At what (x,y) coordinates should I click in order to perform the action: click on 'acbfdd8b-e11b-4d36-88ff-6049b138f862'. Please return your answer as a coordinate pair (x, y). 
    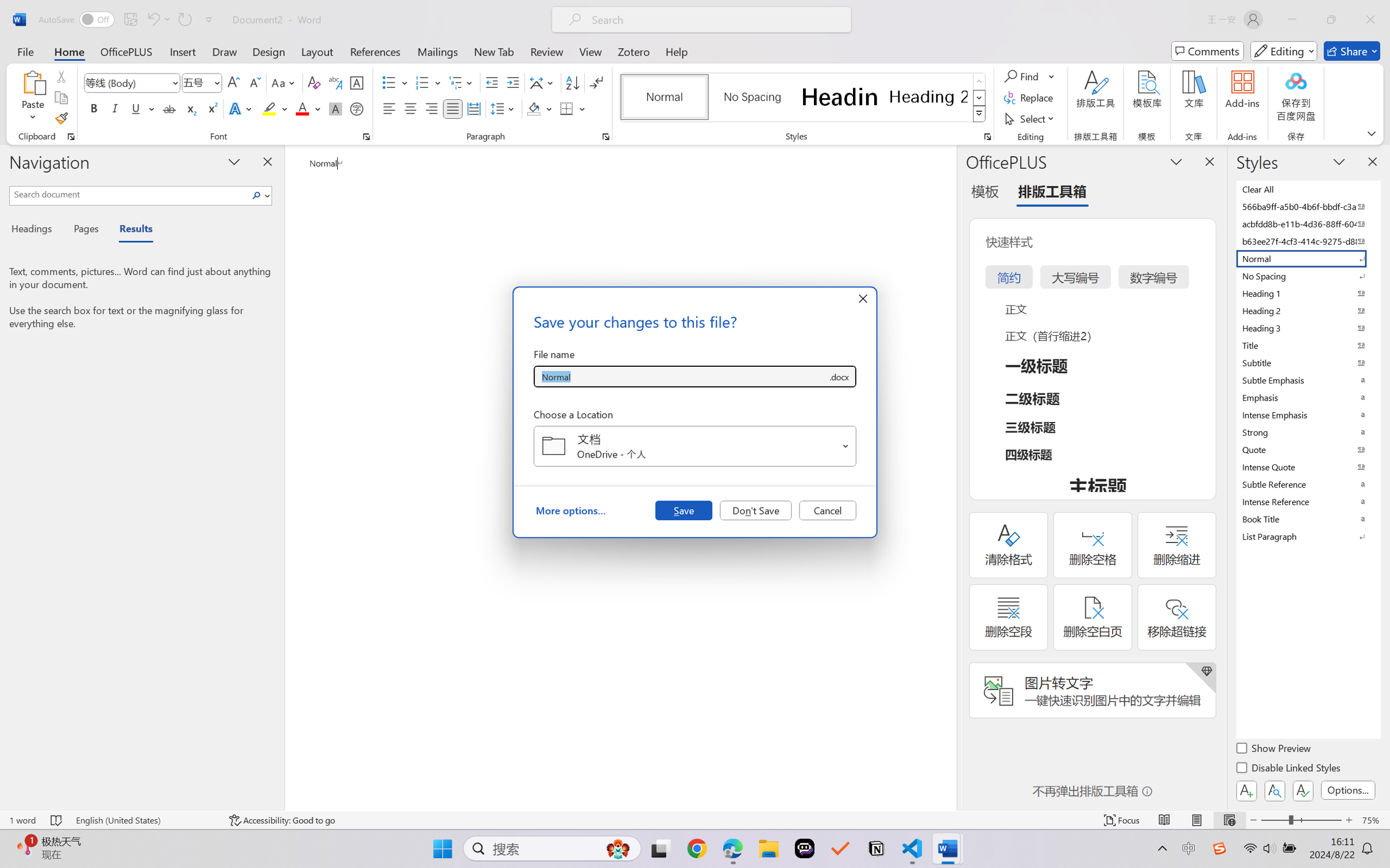
    Looking at the image, I should click on (1307, 223).